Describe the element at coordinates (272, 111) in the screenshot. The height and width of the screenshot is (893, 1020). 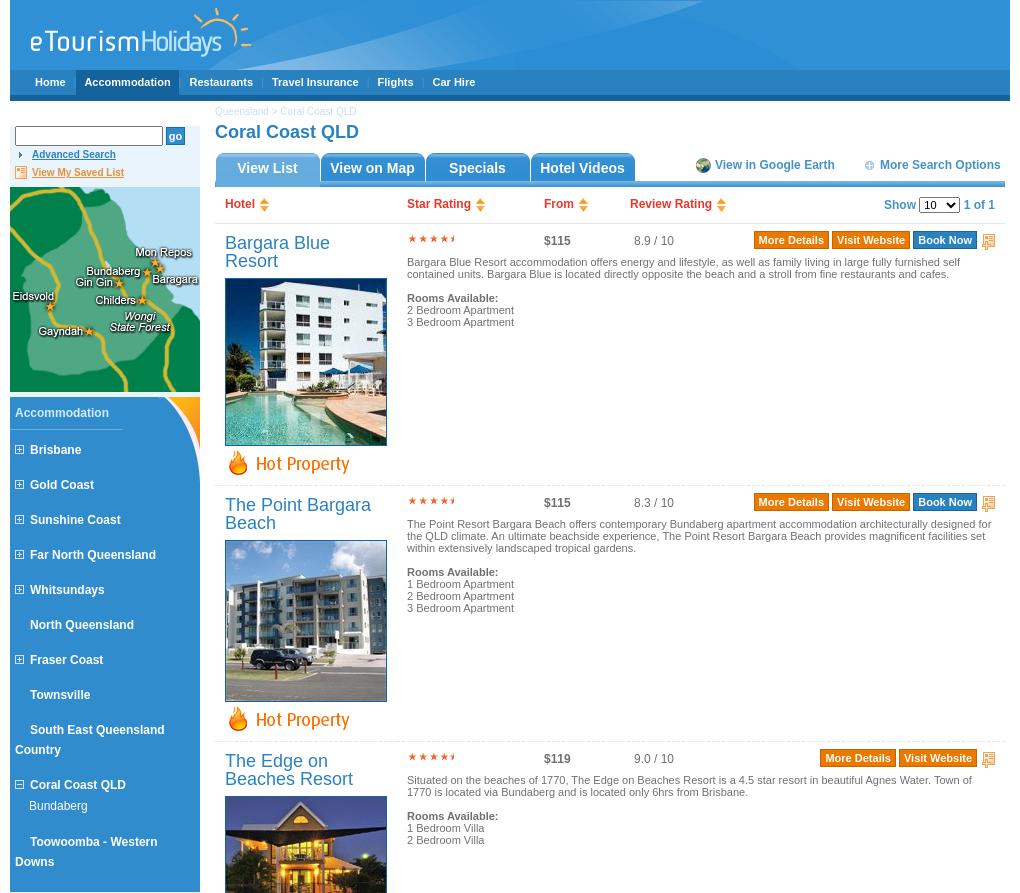
I see `'>'` at that location.